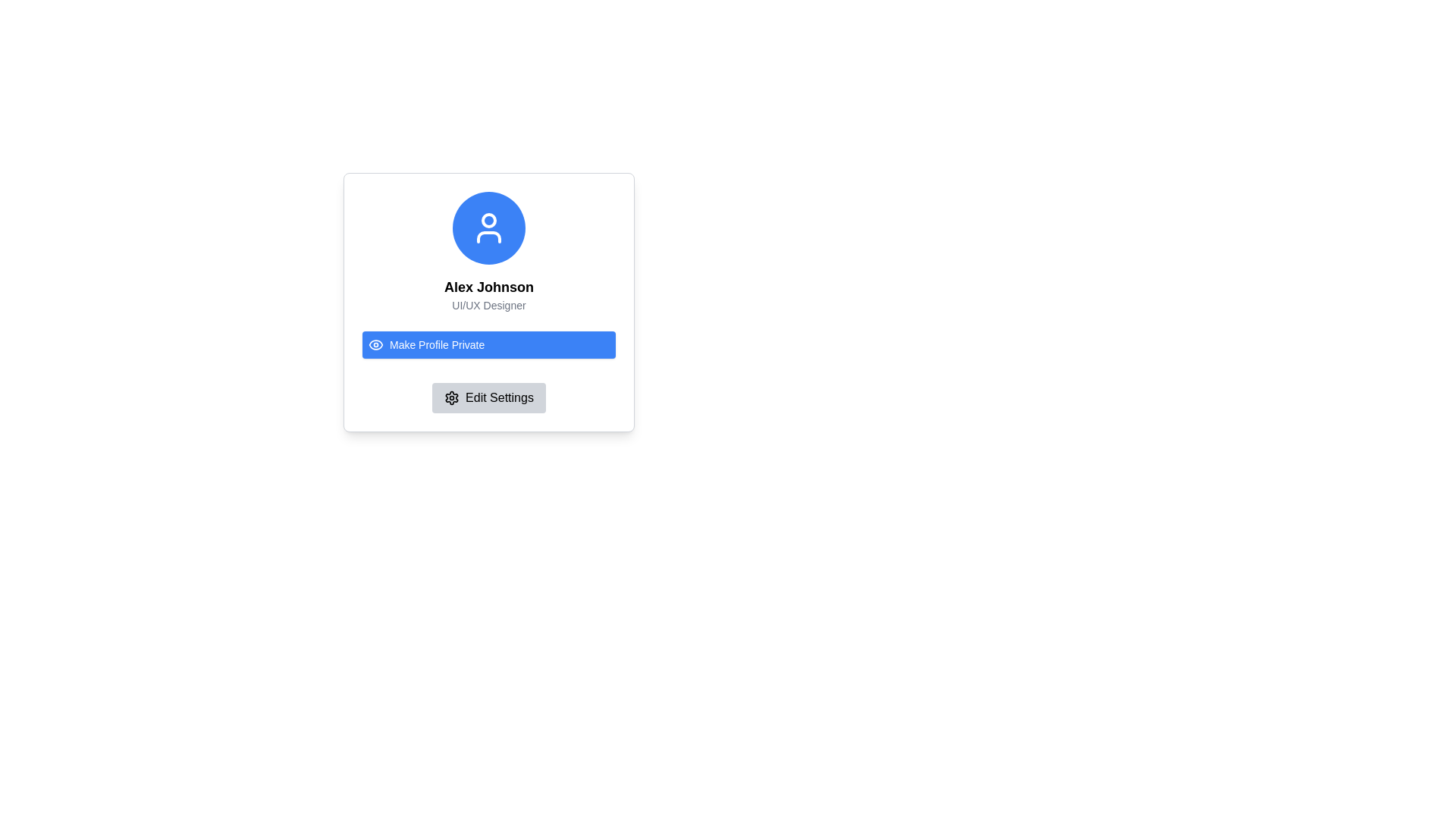 The height and width of the screenshot is (819, 1456). I want to click on the circular graphic element representing the user's head in the avatar icon, located at the top-center of the profile card, so click(488, 220).